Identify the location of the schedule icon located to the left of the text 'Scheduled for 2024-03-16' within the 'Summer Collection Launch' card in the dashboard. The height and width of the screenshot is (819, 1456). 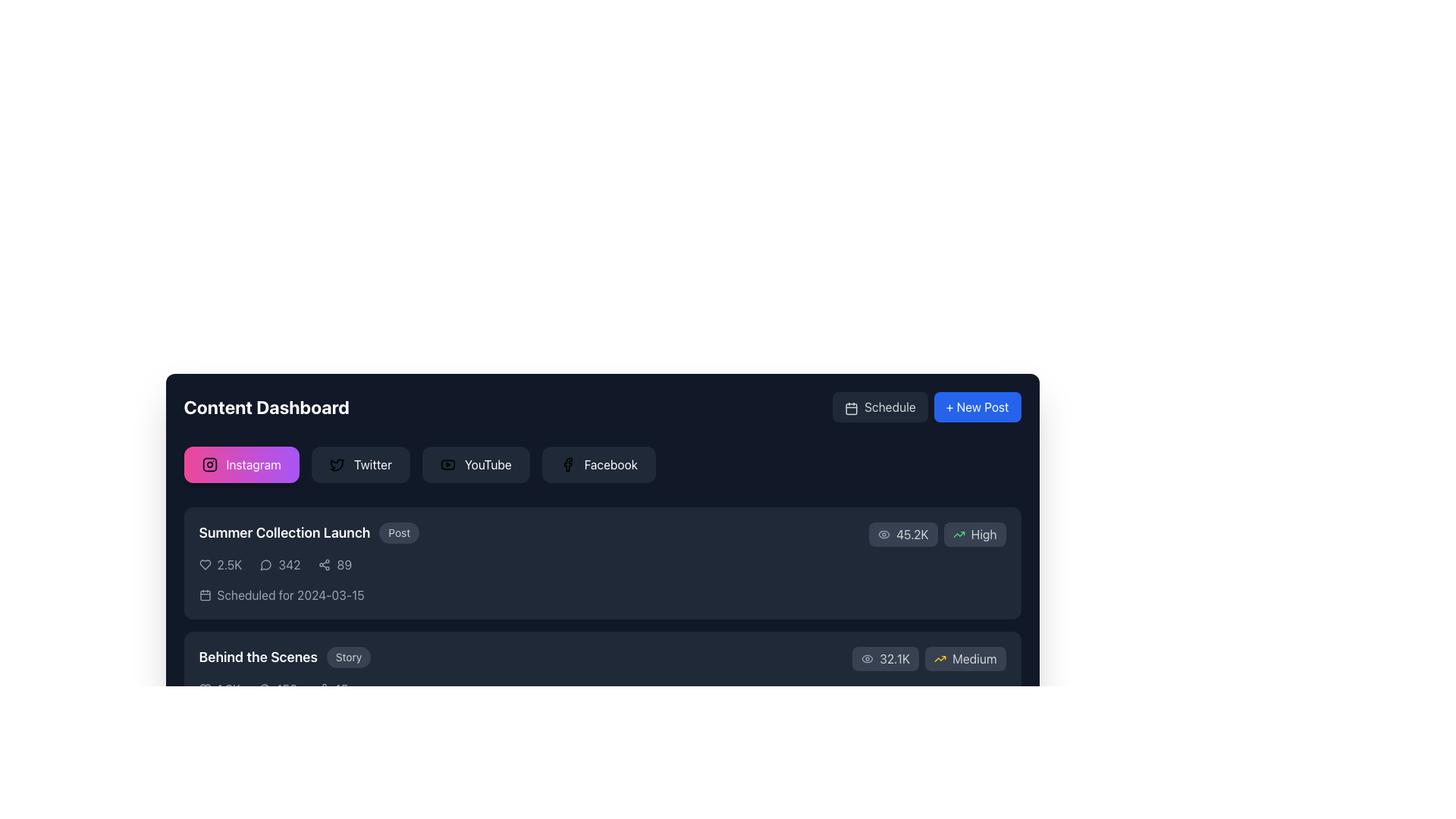
(204, 718).